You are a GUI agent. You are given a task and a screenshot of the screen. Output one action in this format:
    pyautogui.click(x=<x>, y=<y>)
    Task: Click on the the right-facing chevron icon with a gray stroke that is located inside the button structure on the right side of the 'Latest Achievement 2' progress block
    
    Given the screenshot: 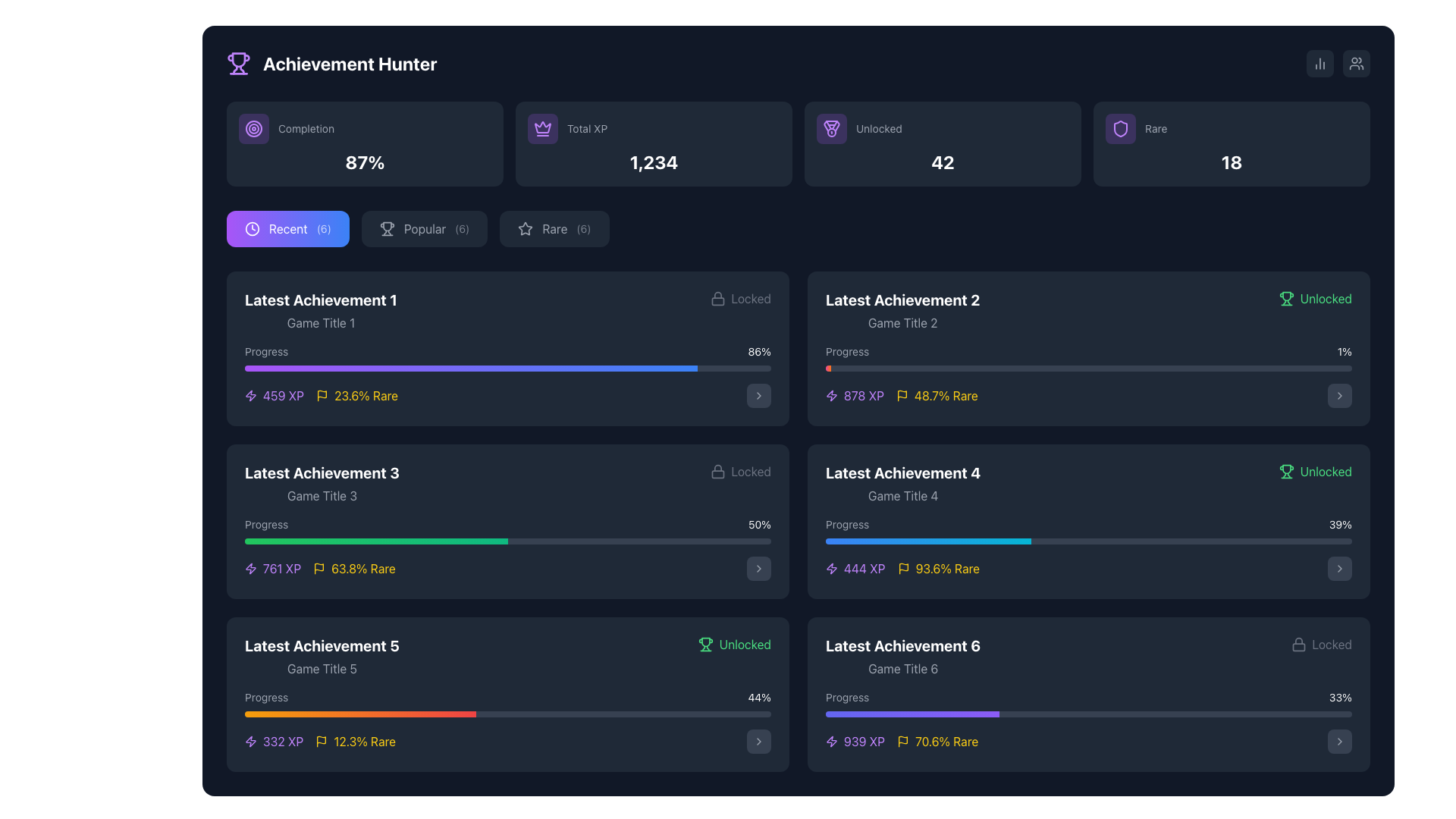 What is the action you would take?
    pyautogui.click(x=759, y=568)
    